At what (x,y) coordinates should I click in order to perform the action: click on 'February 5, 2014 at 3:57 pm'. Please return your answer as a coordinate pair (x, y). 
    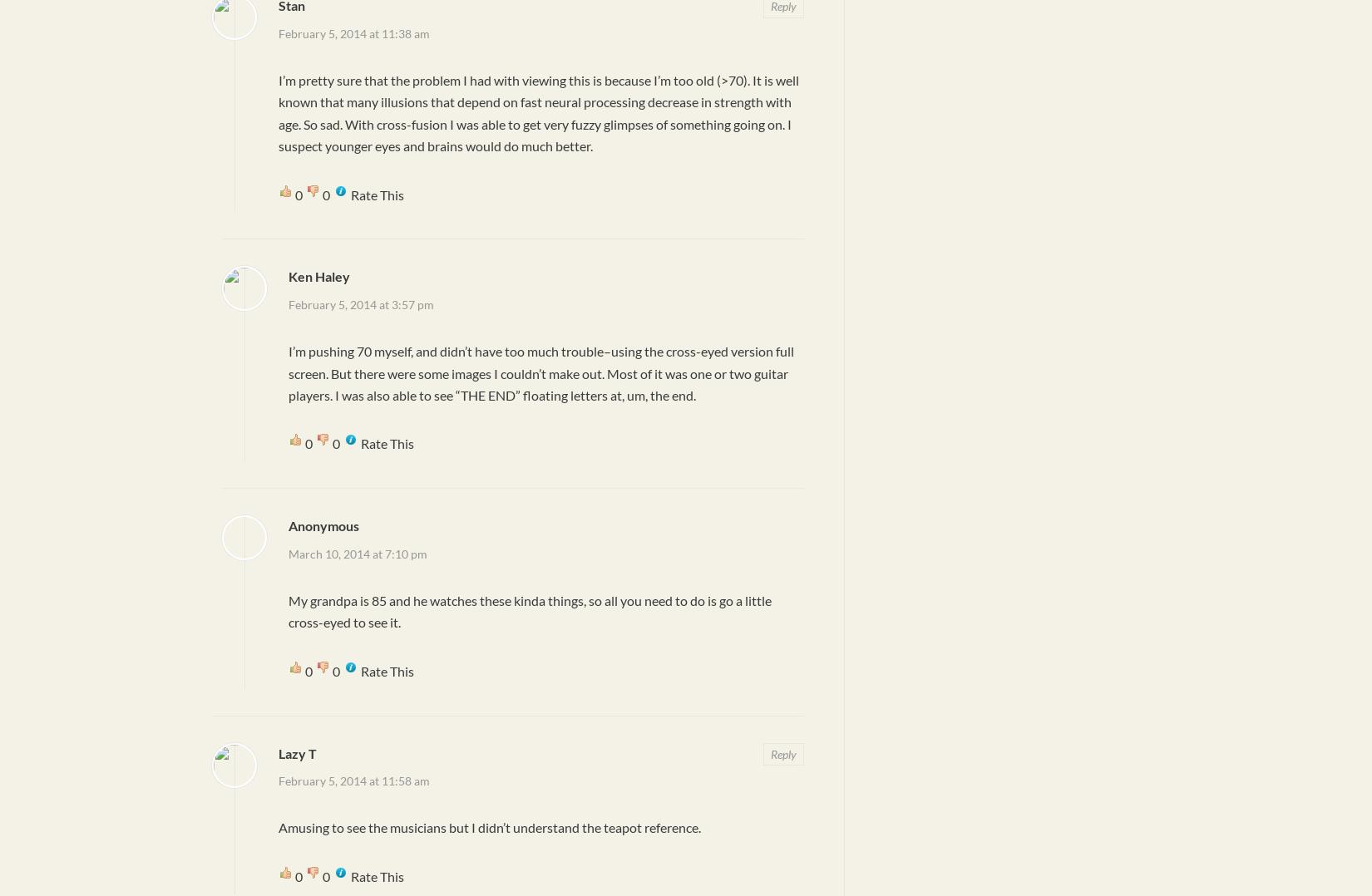
    Looking at the image, I should click on (360, 303).